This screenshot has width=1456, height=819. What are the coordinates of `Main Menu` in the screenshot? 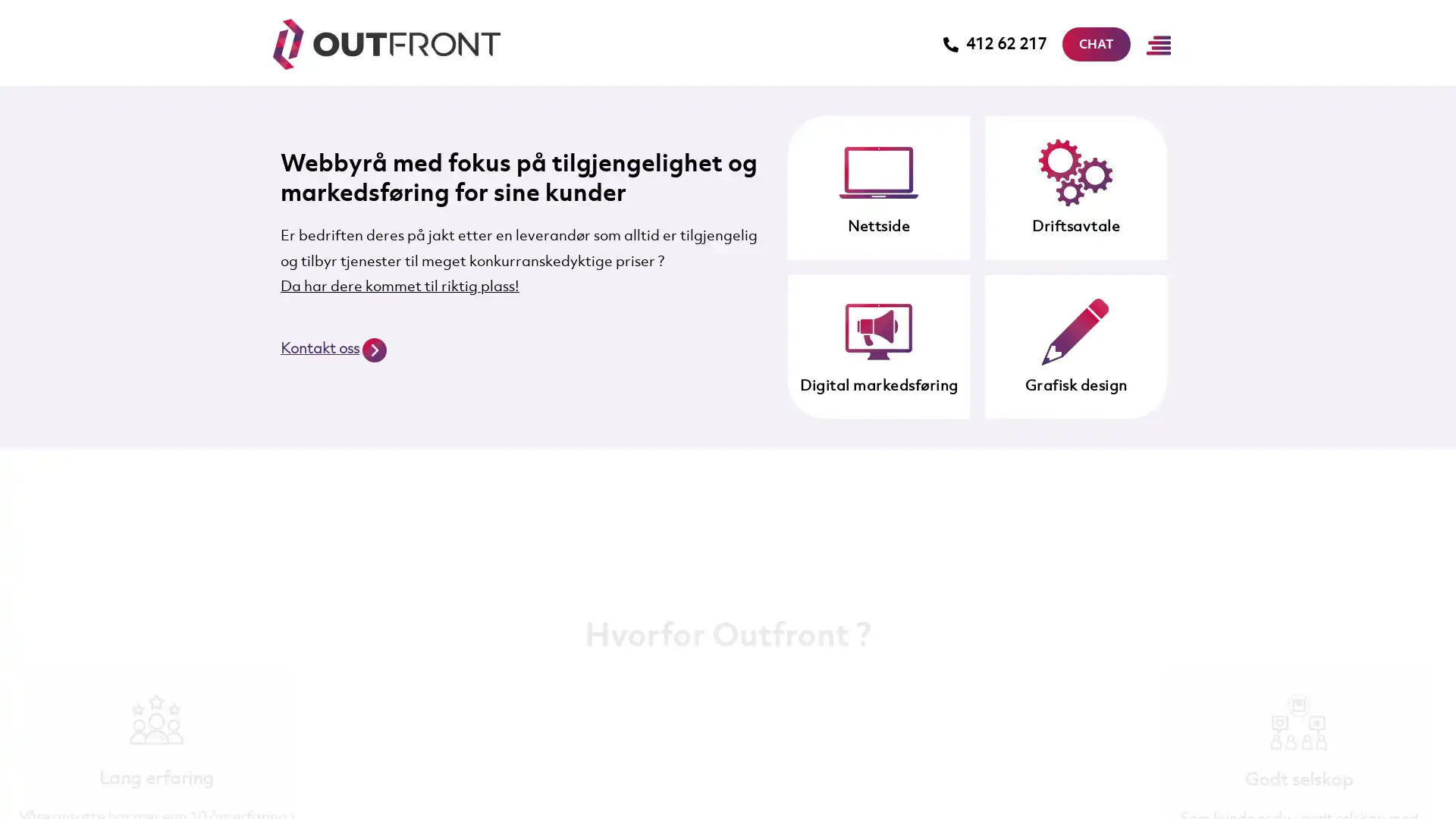 It's located at (1163, 50).